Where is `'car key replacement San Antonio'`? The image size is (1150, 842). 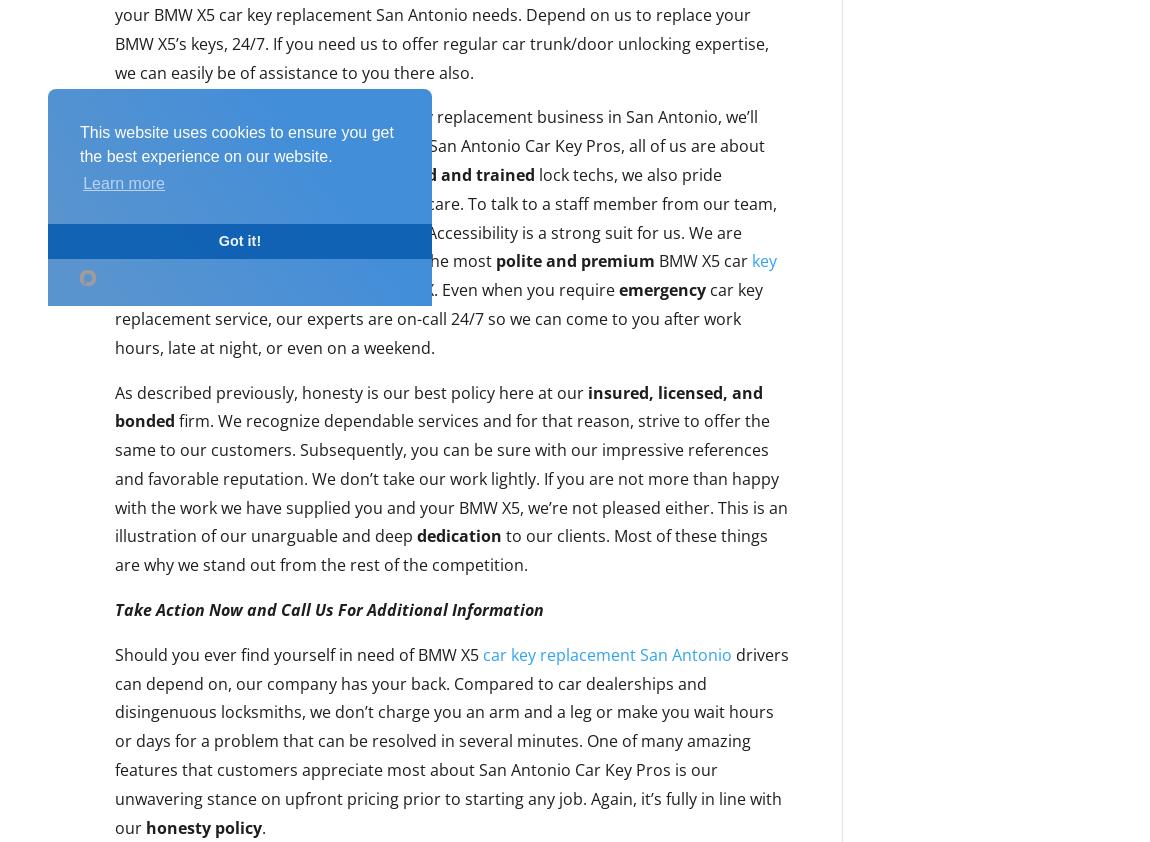 'car key replacement San Antonio' is located at coordinates (606, 653).